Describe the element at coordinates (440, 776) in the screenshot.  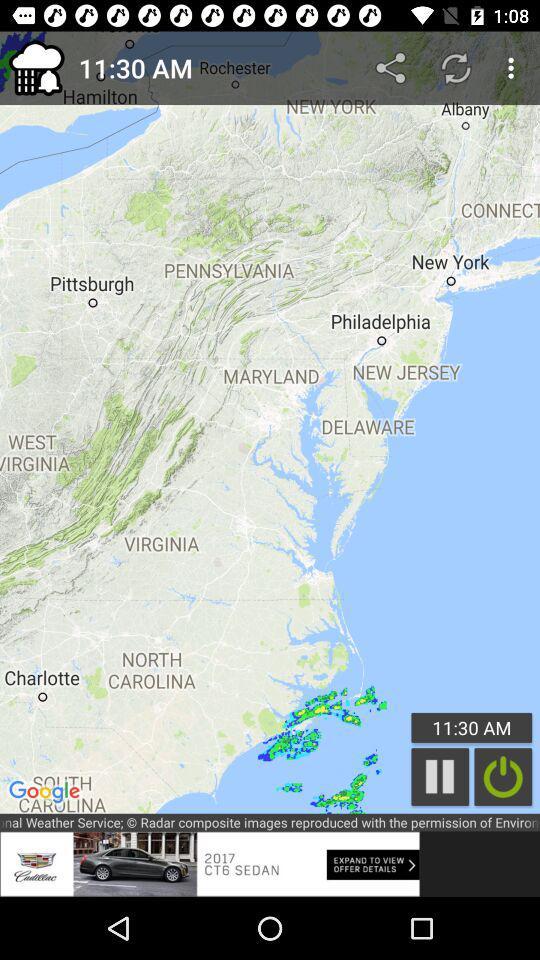
I see `pause button` at that location.